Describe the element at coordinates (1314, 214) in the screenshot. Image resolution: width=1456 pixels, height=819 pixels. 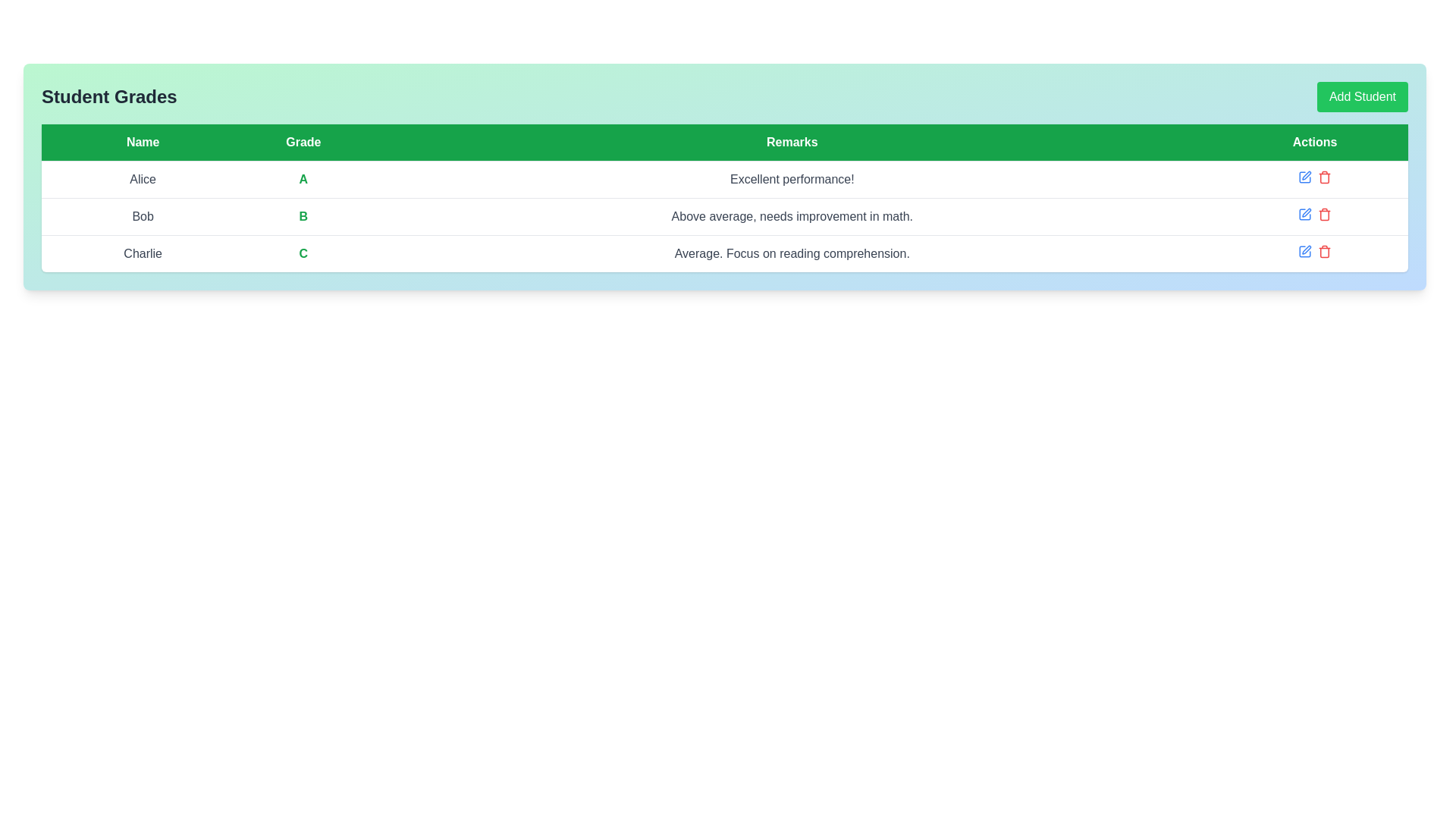
I see `the blue edit icon in the interactive icon group located in the 'Actions' column of Bob's row in the table` at that location.